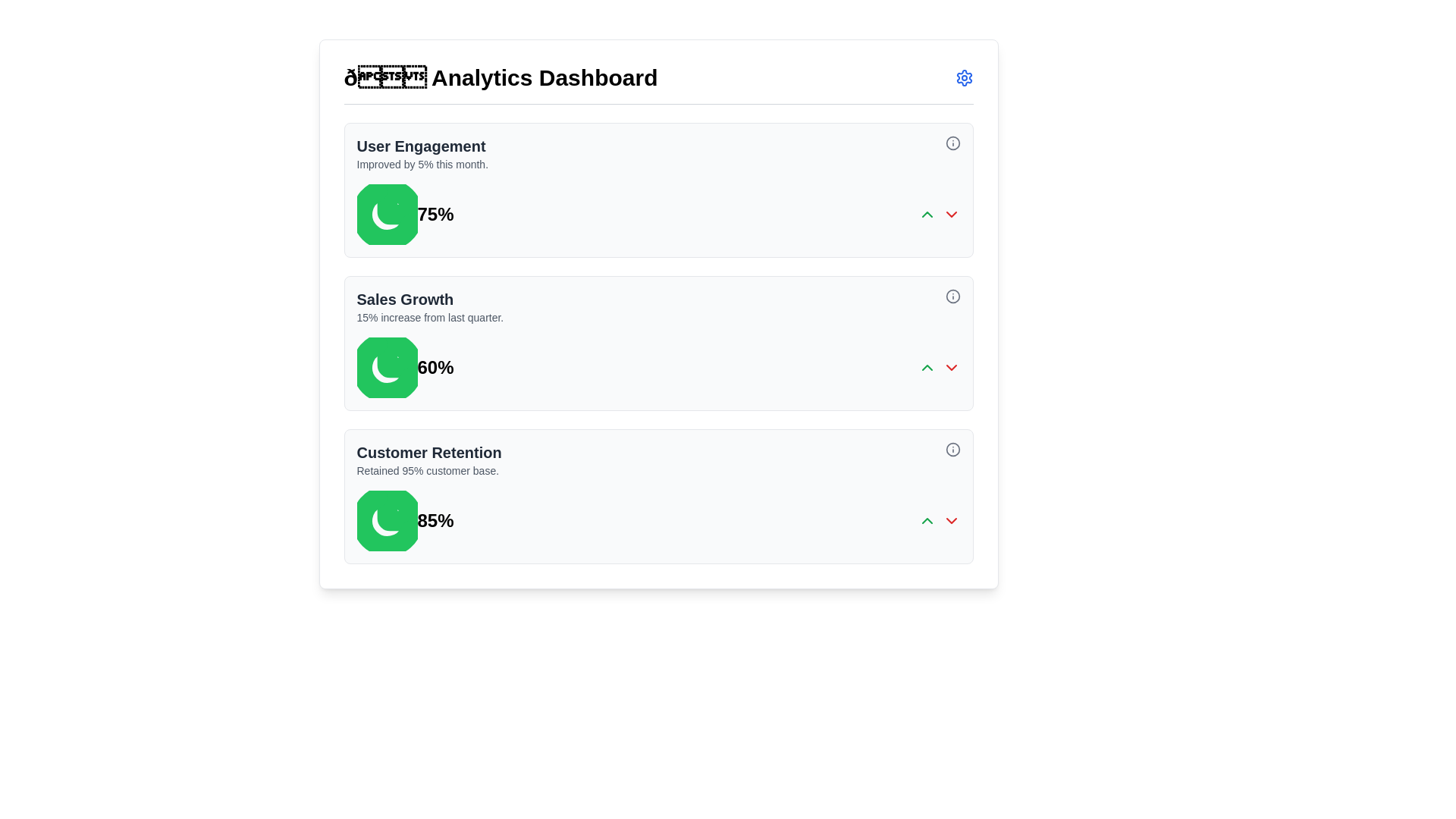  Describe the element at coordinates (952, 449) in the screenshot. I see `the circle icon located at the top-right corner of the 'Customer Retention' information card, which serves as a visual cue for supplementary information` at that location.